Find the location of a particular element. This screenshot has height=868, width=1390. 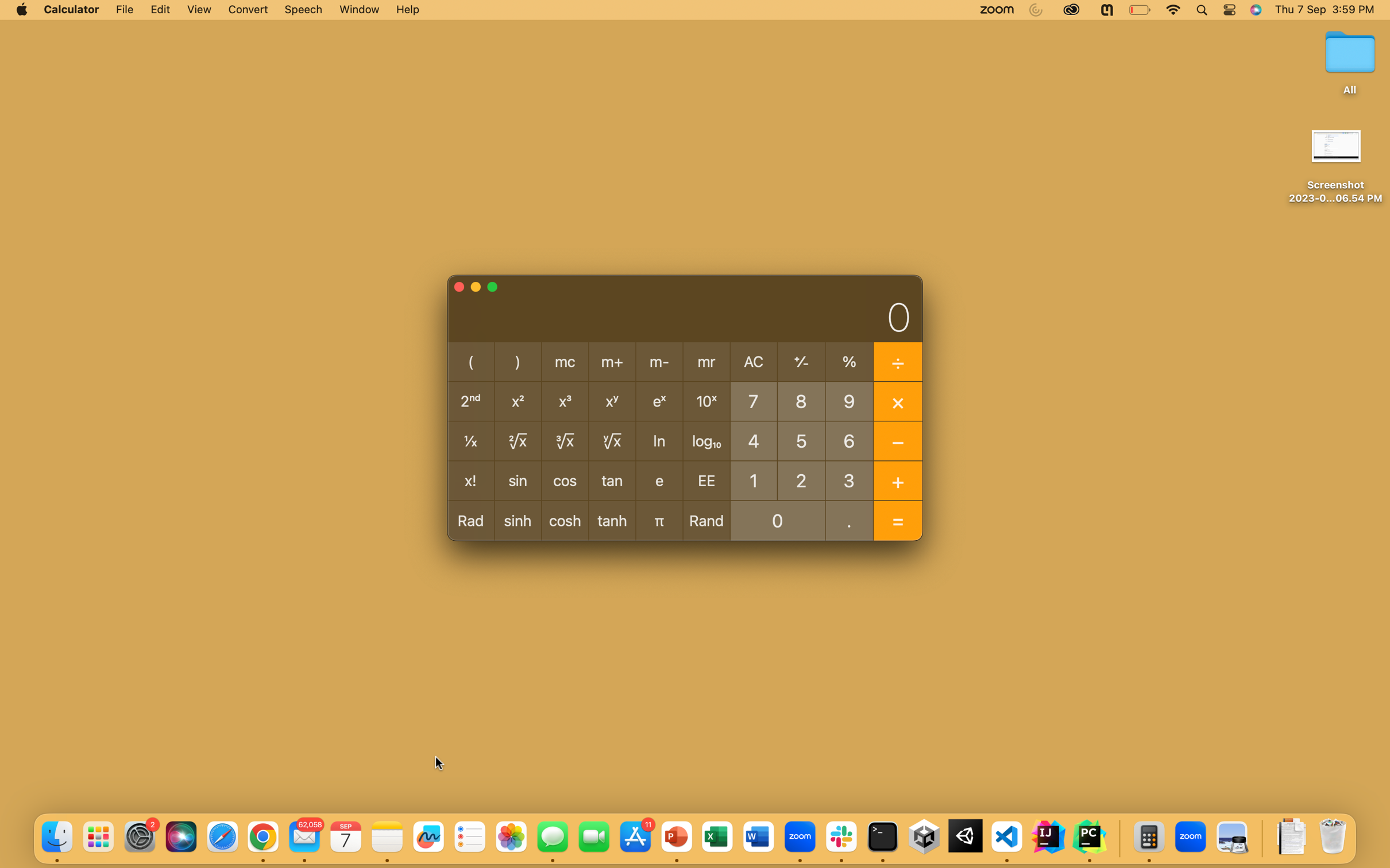

Calculate the product of 3 and 4 using multiplication operator is located at coordinates (850, 479).